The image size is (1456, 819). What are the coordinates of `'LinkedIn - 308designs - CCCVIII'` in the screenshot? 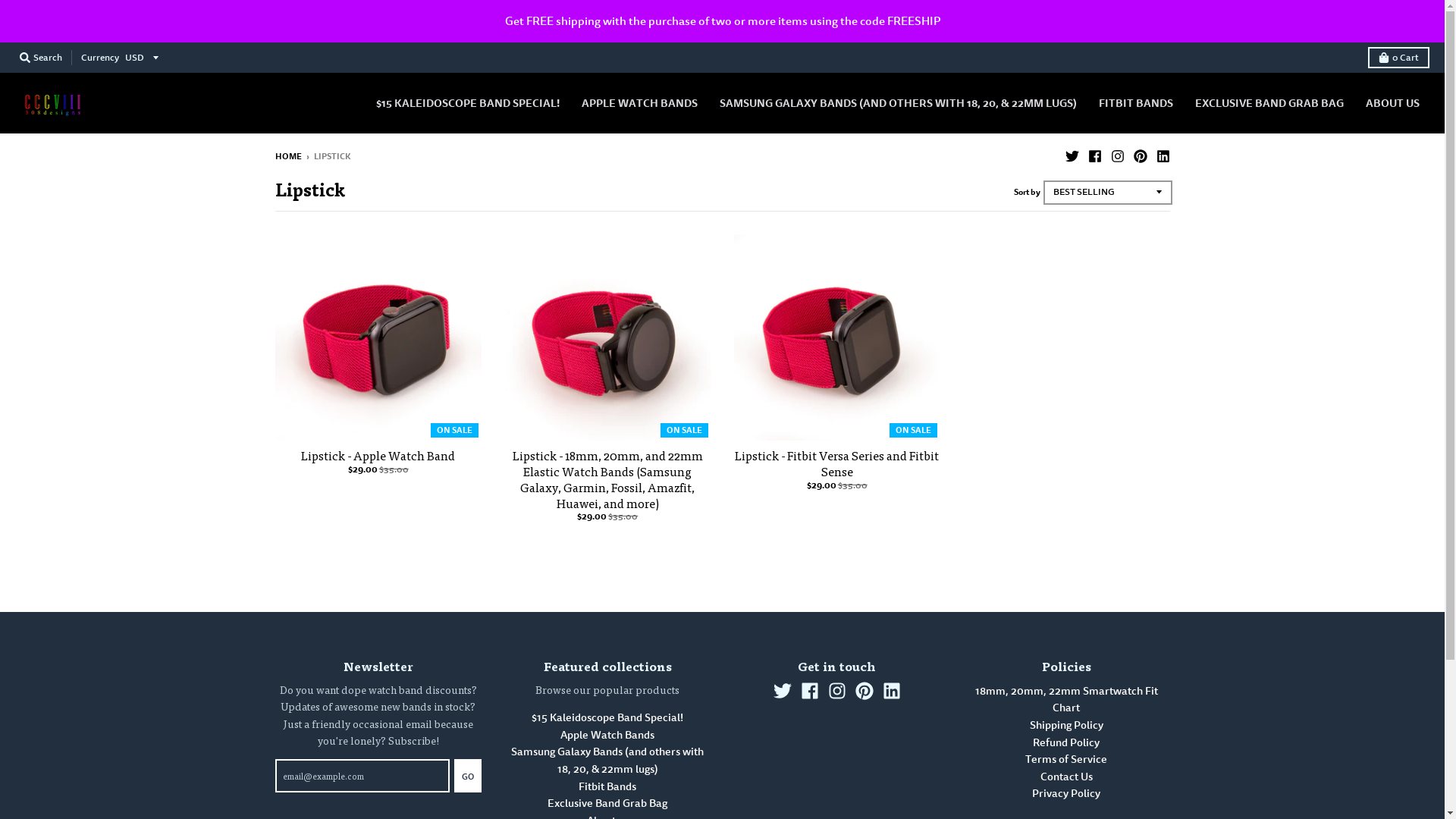 It's located at (892, 690).